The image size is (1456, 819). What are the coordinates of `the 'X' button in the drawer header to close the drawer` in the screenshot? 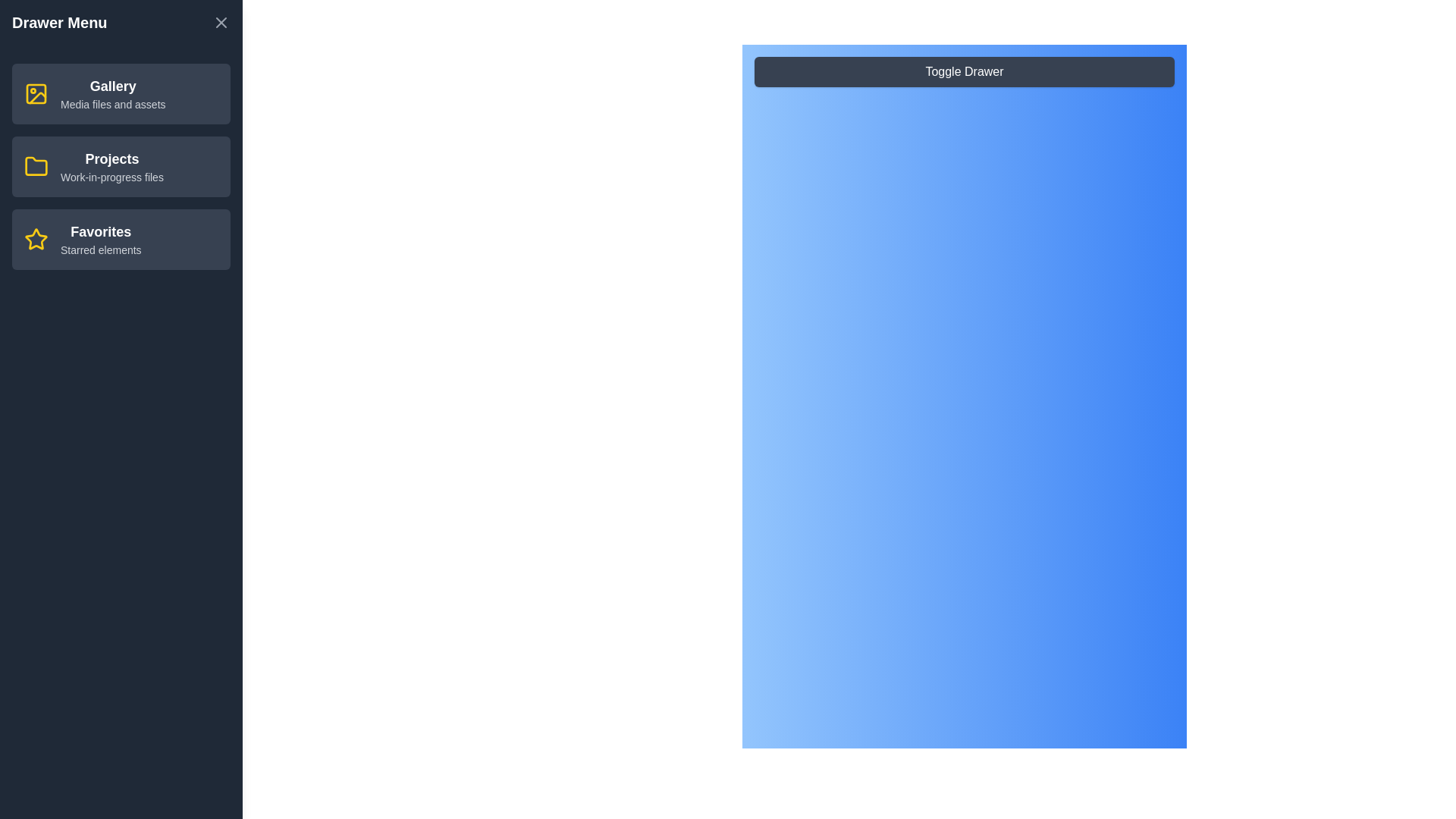 It's located at (221, 23).